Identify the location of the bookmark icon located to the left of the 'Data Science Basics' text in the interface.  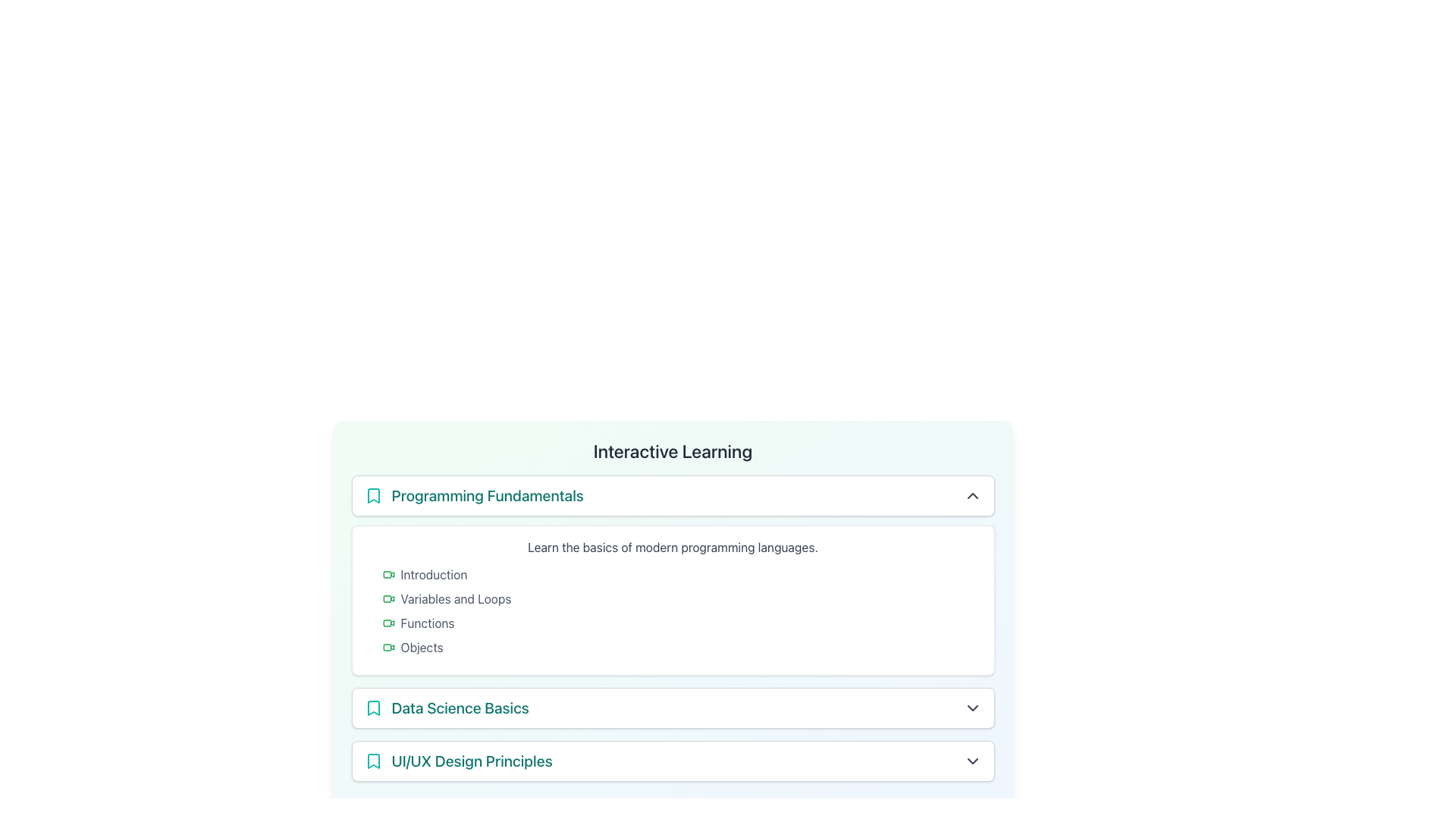
(373, 708).